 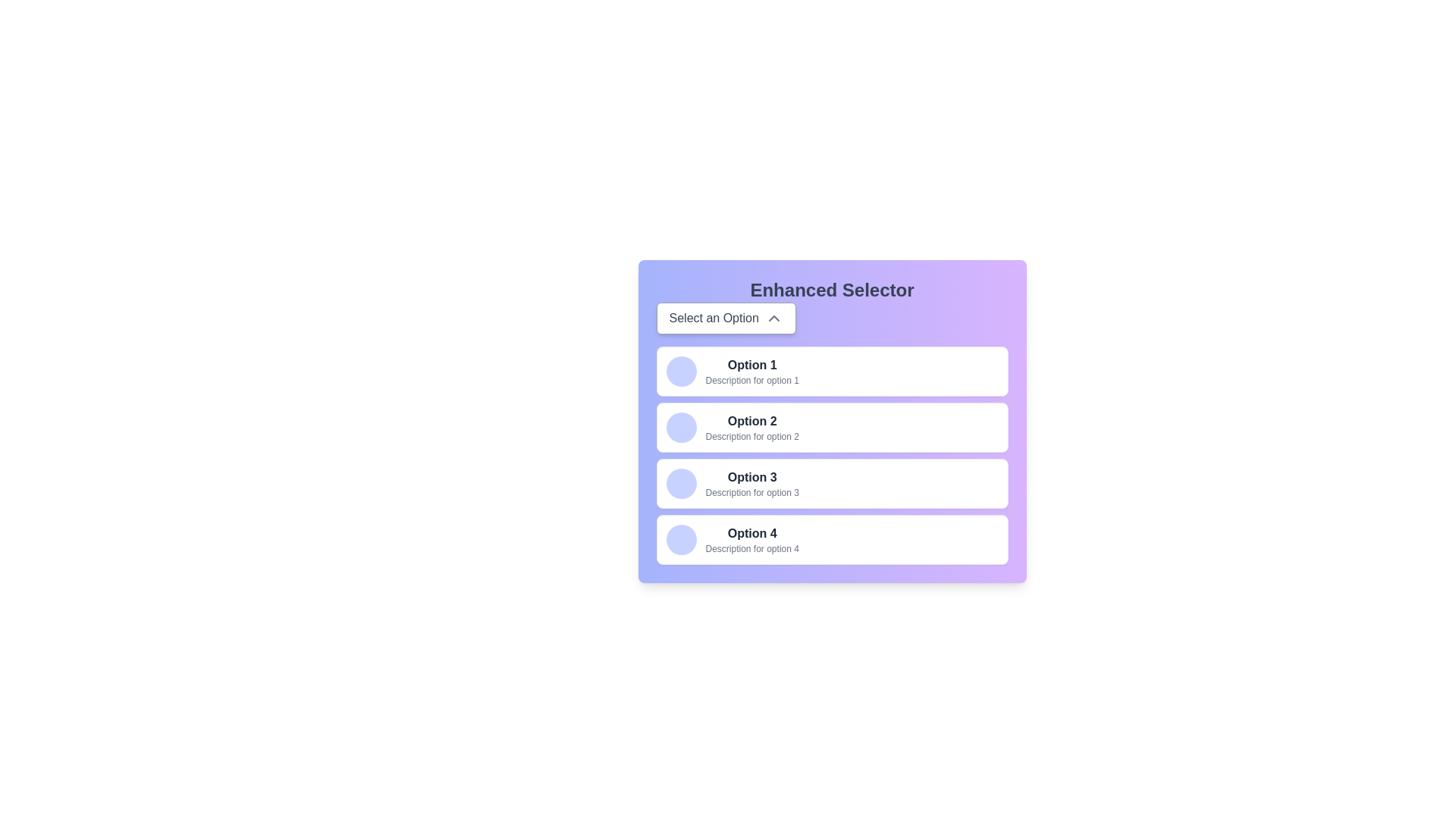 What do you see at coordinates (725, 318) in the screenshot?
I see `the dropdown menu toggle button located below the heading 'Enhanced Selector'` at bounding box center [725, 318].